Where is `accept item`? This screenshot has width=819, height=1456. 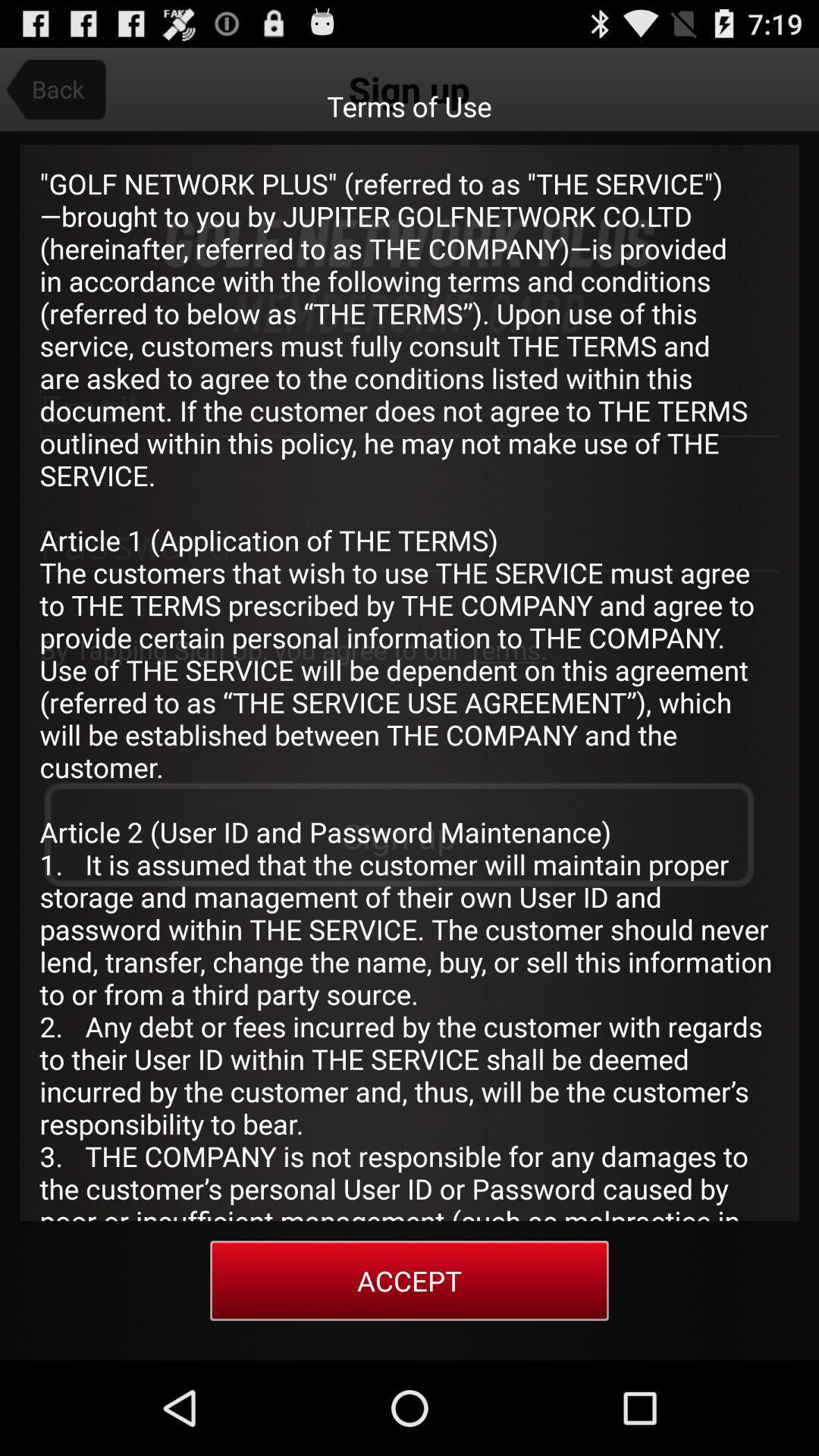 accept item is located at coordinates (409, 1280).